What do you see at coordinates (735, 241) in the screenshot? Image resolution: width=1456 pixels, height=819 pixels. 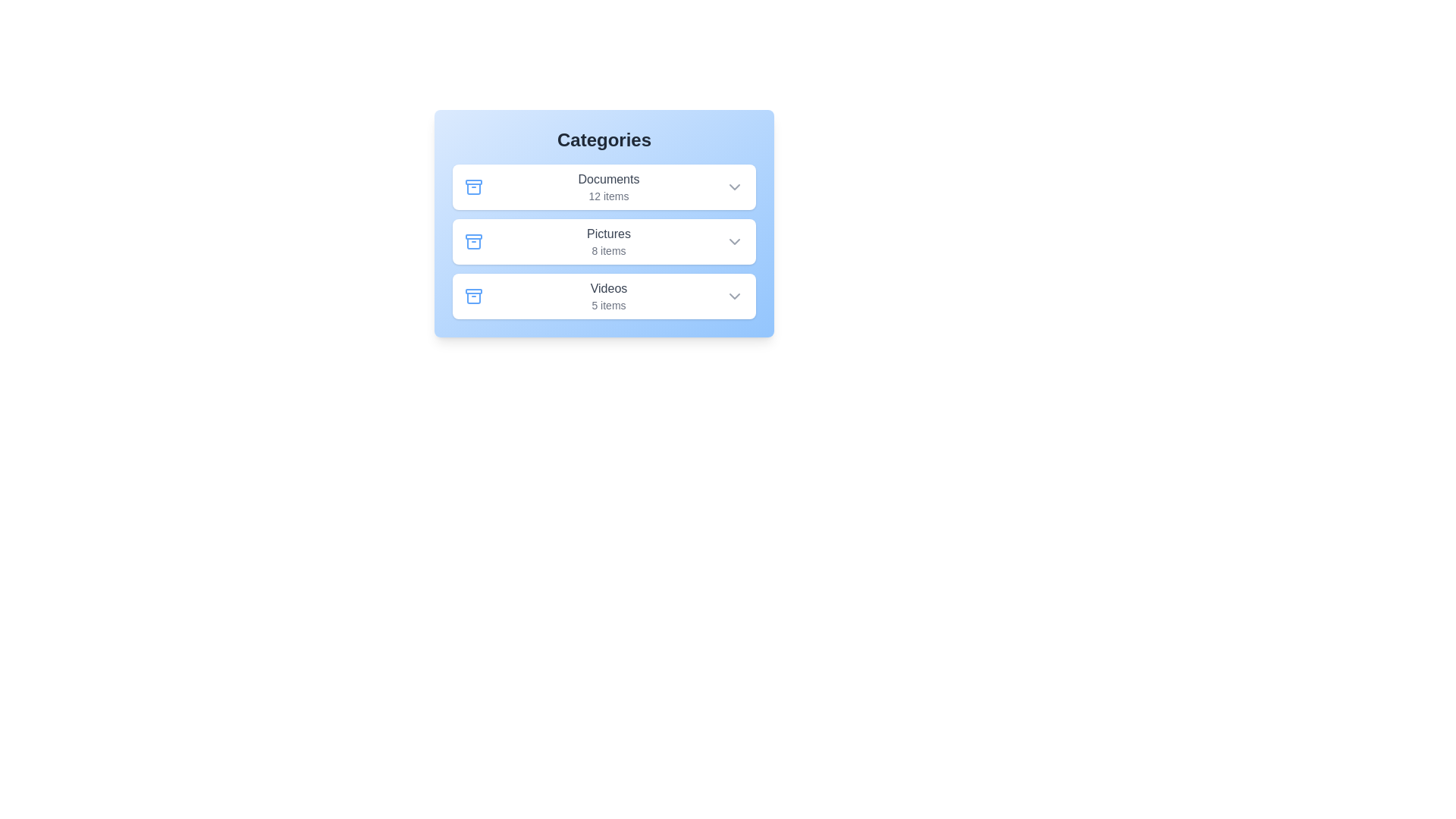 I see `the dropdown icon of the Pictures item` at bounding box center [735, 241].